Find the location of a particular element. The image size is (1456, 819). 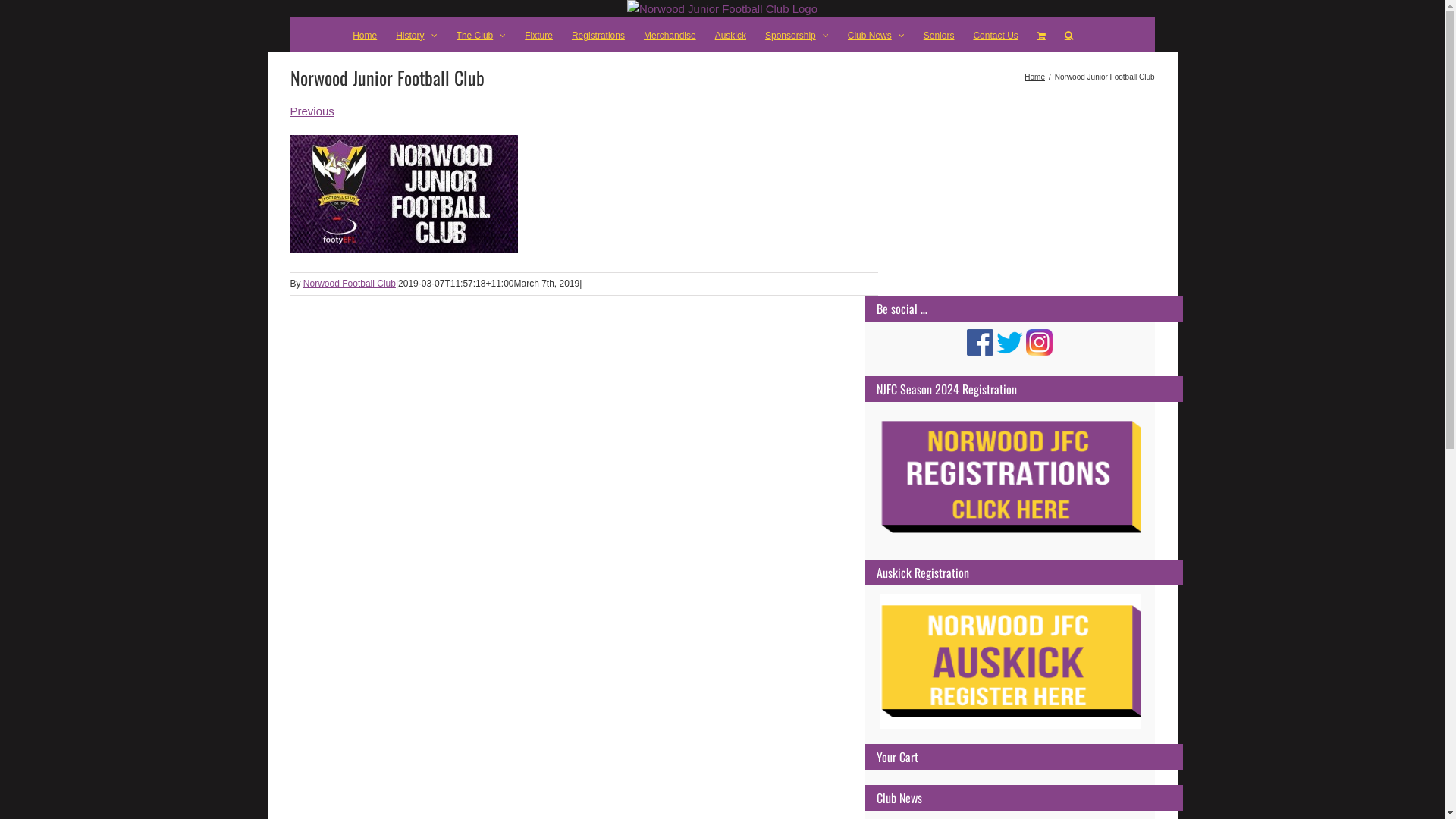

'Club News' is located at coordinates (876, 34).